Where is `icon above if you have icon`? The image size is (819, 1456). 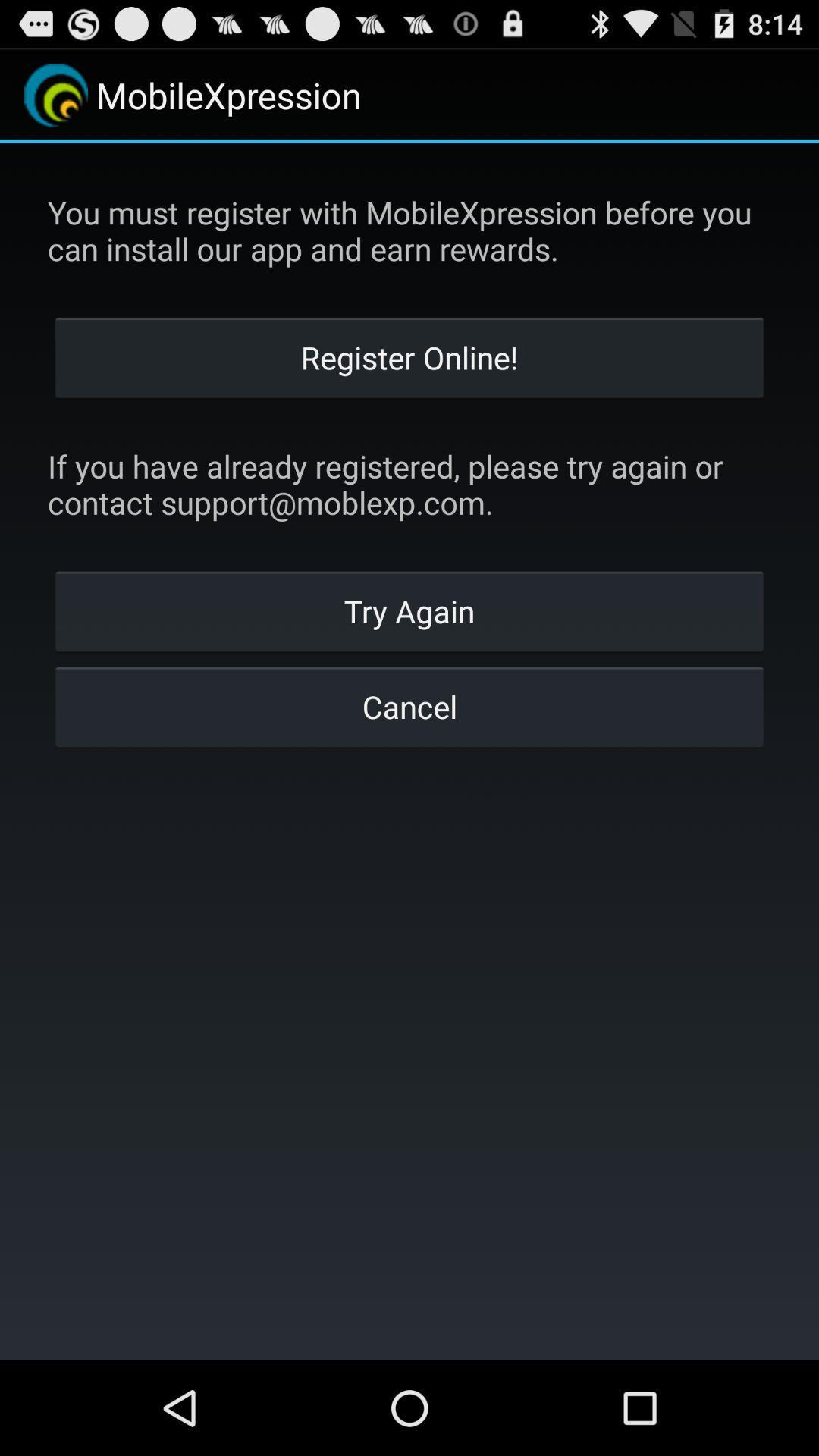 icon above if you have icon is located at coordinates (409, 356).